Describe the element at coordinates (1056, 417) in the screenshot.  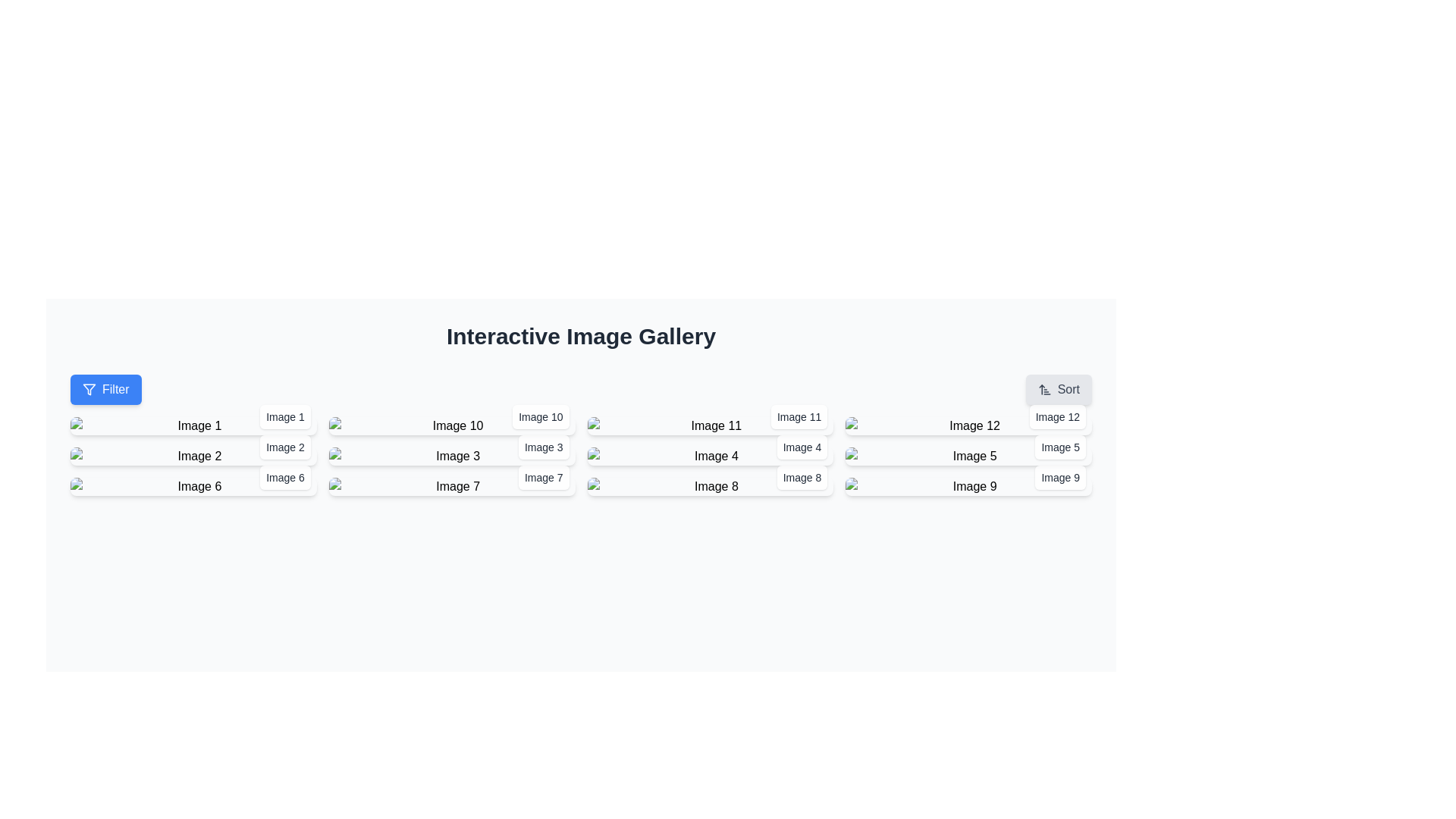
I see `the text label located in the bottom-right corner of the section displaying the twelfth image in the gallery` at that location.